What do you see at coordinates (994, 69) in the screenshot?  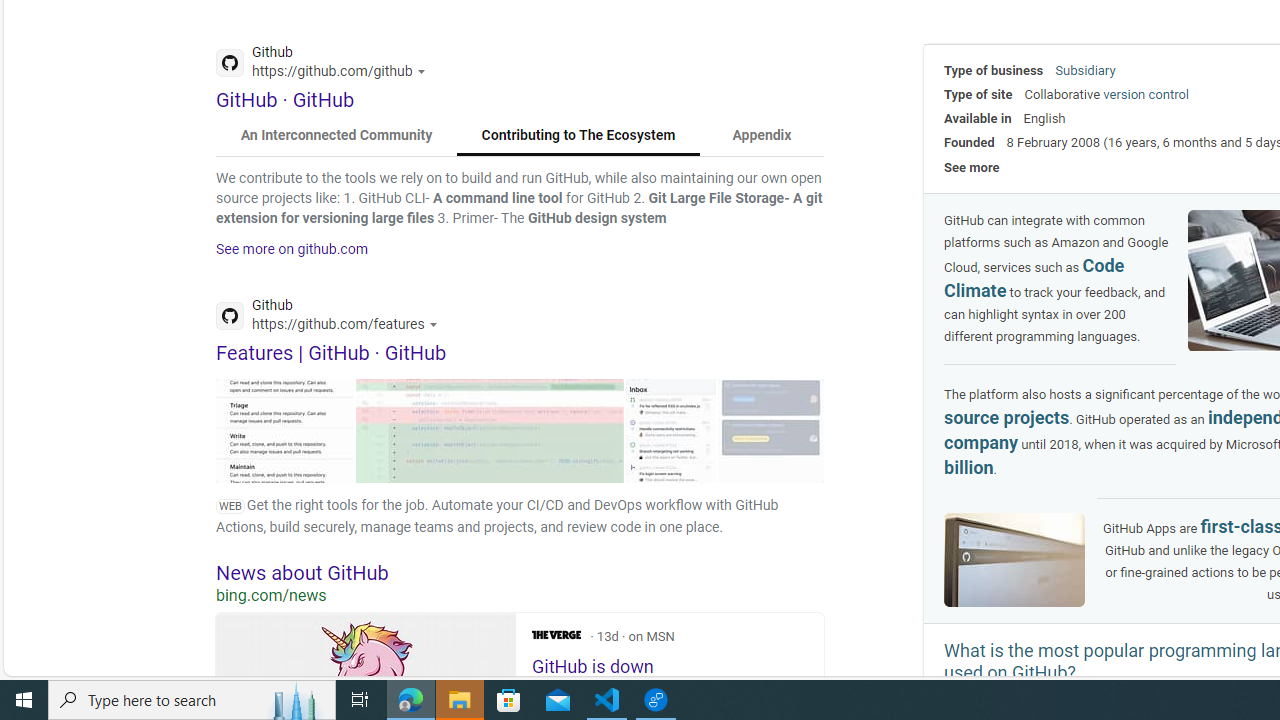 I see `'Type of business'` at bounding box center [994, 69].